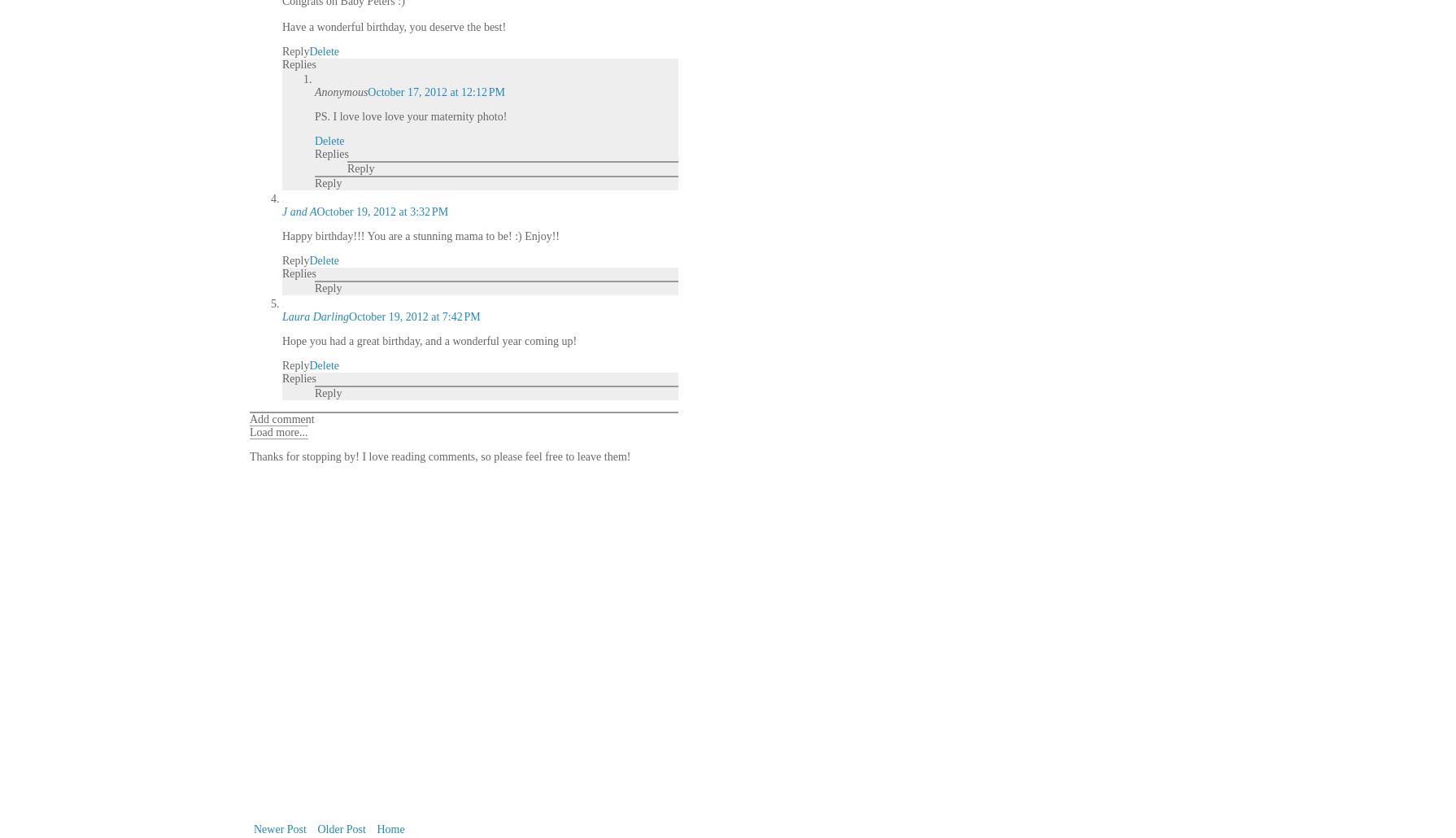 This screenshot has width=1456, height=838. I want to click on 'Newer Post', so click(280, 828).